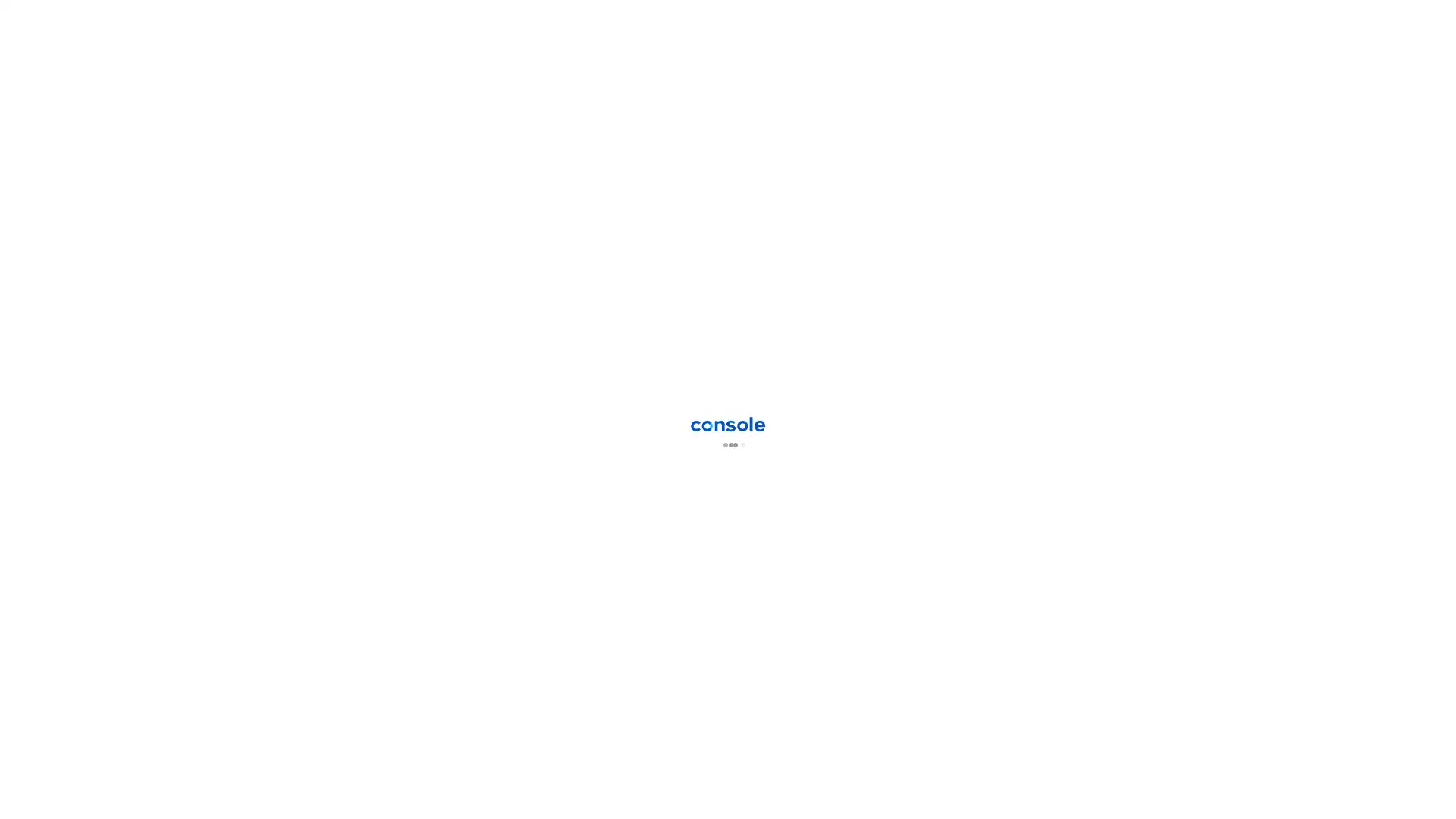  Describe the element at coordinates (814, 362) in the screenshot. I see `LOGIN WITH KITE` at that location.